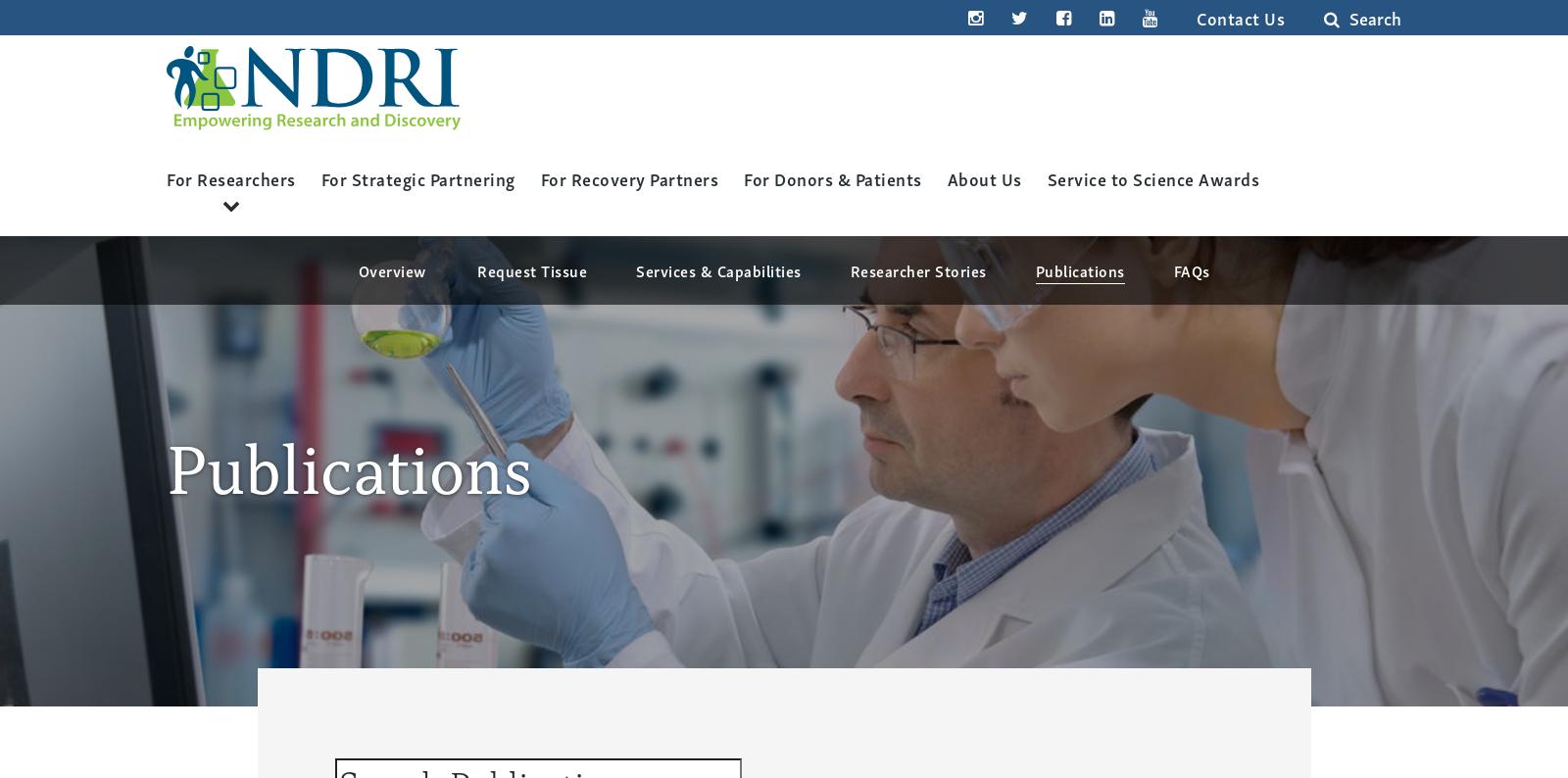  Describe the element at coordinates (916, 267) in the screenshot. I see `'Researcher Stories'` at that location.